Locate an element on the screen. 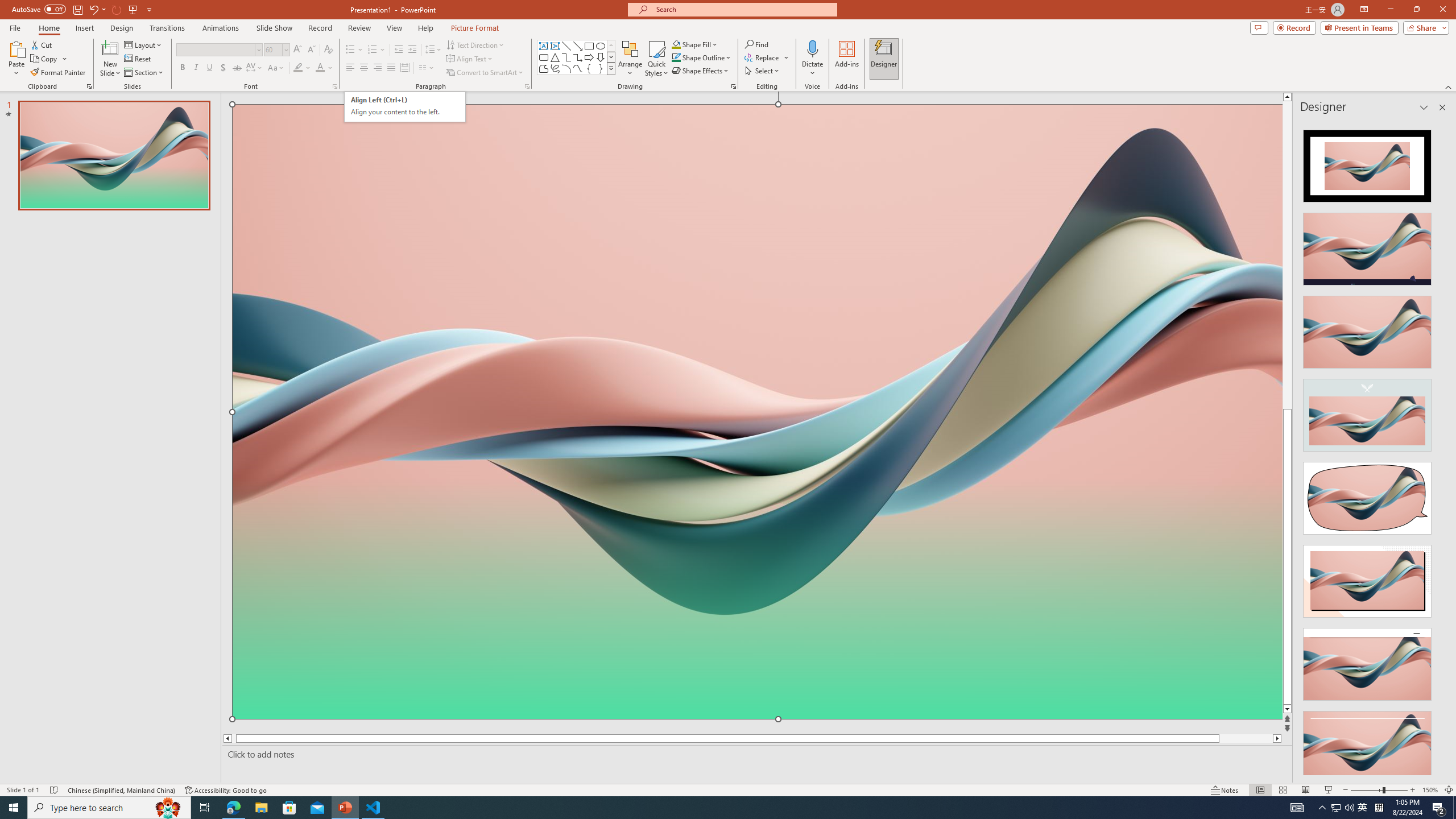 The width and height of the screenshot is (1456, 819). 'Recommended Design: Design Idea' is located at coordinates (1366, 162).